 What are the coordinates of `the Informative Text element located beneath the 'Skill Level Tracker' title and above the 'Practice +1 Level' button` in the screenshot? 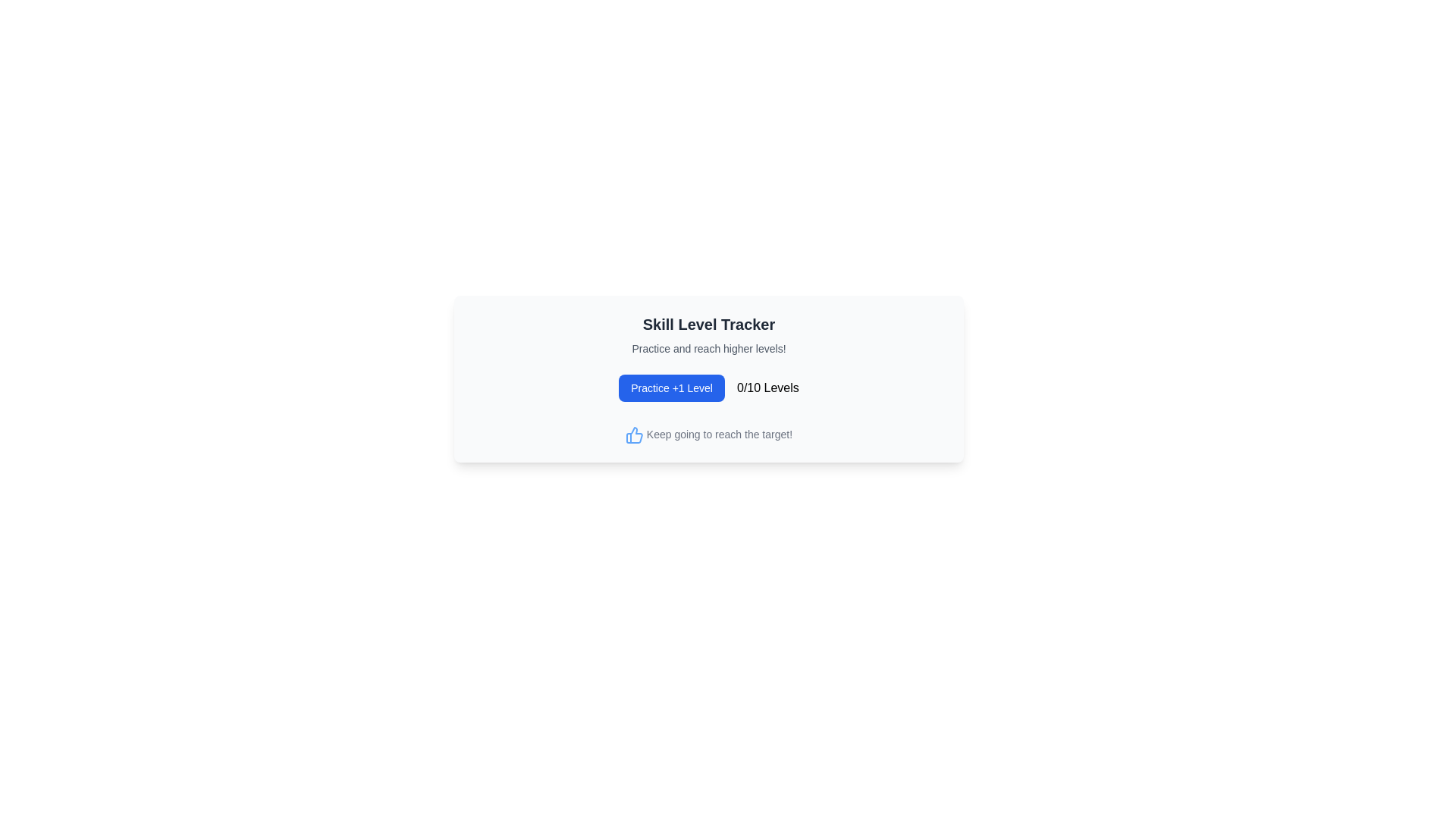 It's located at (708, 348).